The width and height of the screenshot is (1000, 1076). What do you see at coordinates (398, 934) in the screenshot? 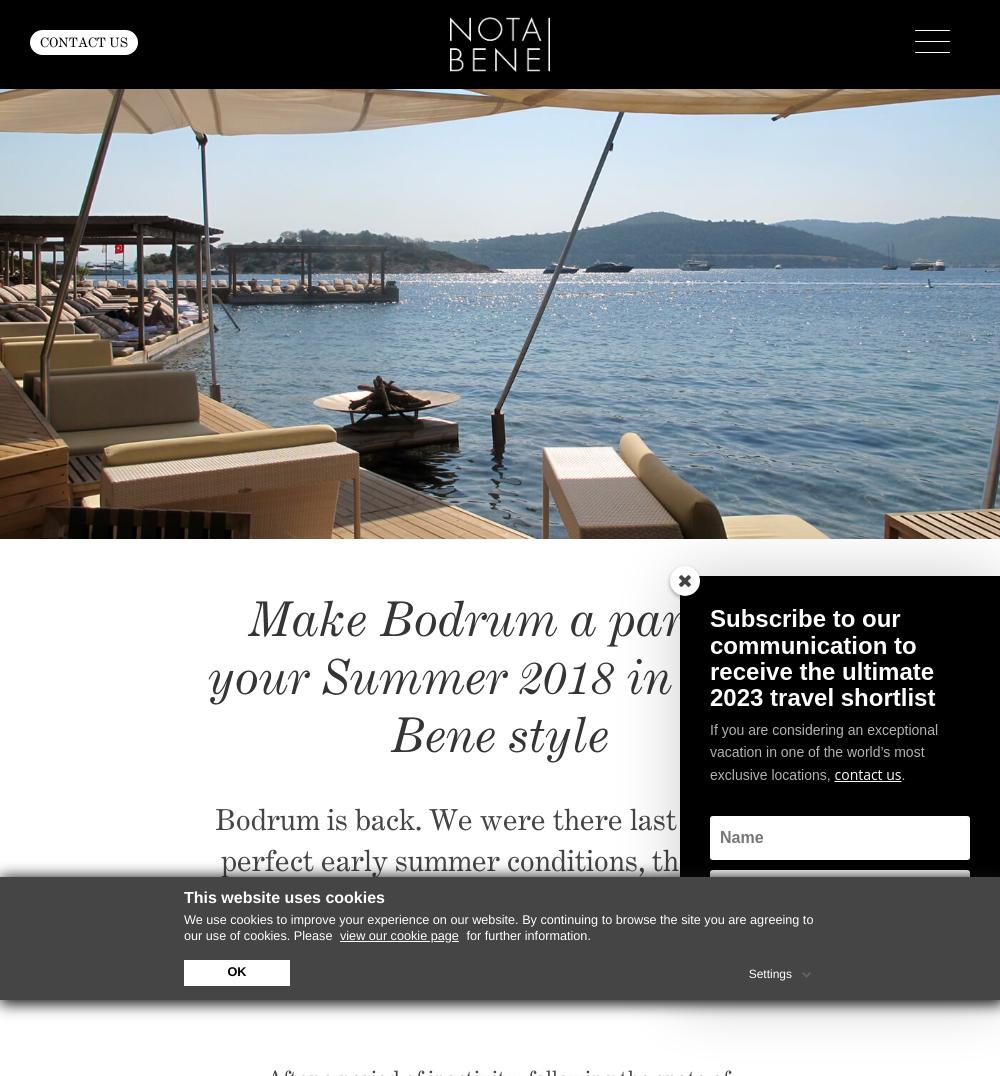
I see `'view our cookie page'` at bounding box center [398, 934].